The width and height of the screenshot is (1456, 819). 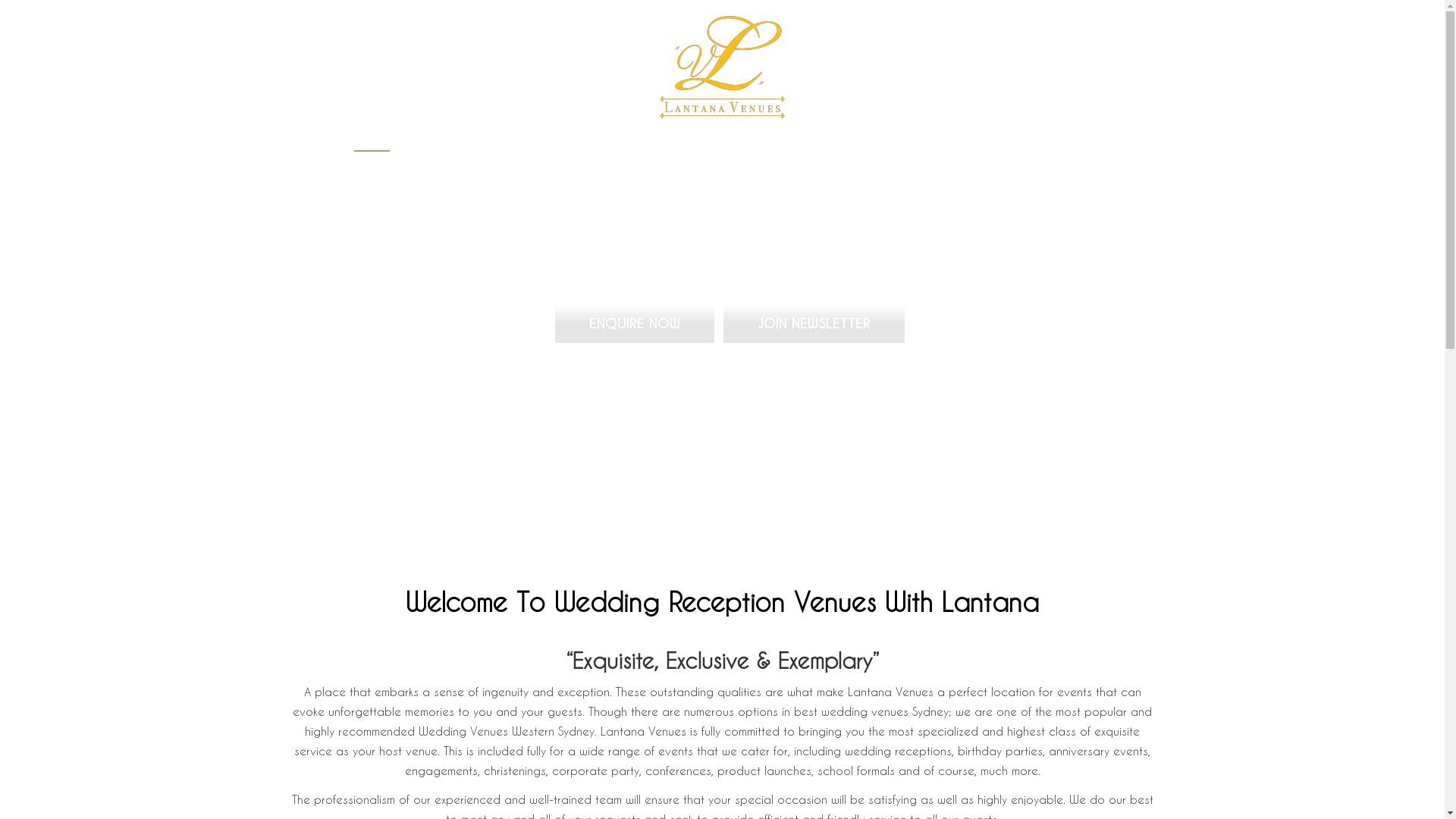 I want to click on 'ABOUT US', so click(x=585, y=143).